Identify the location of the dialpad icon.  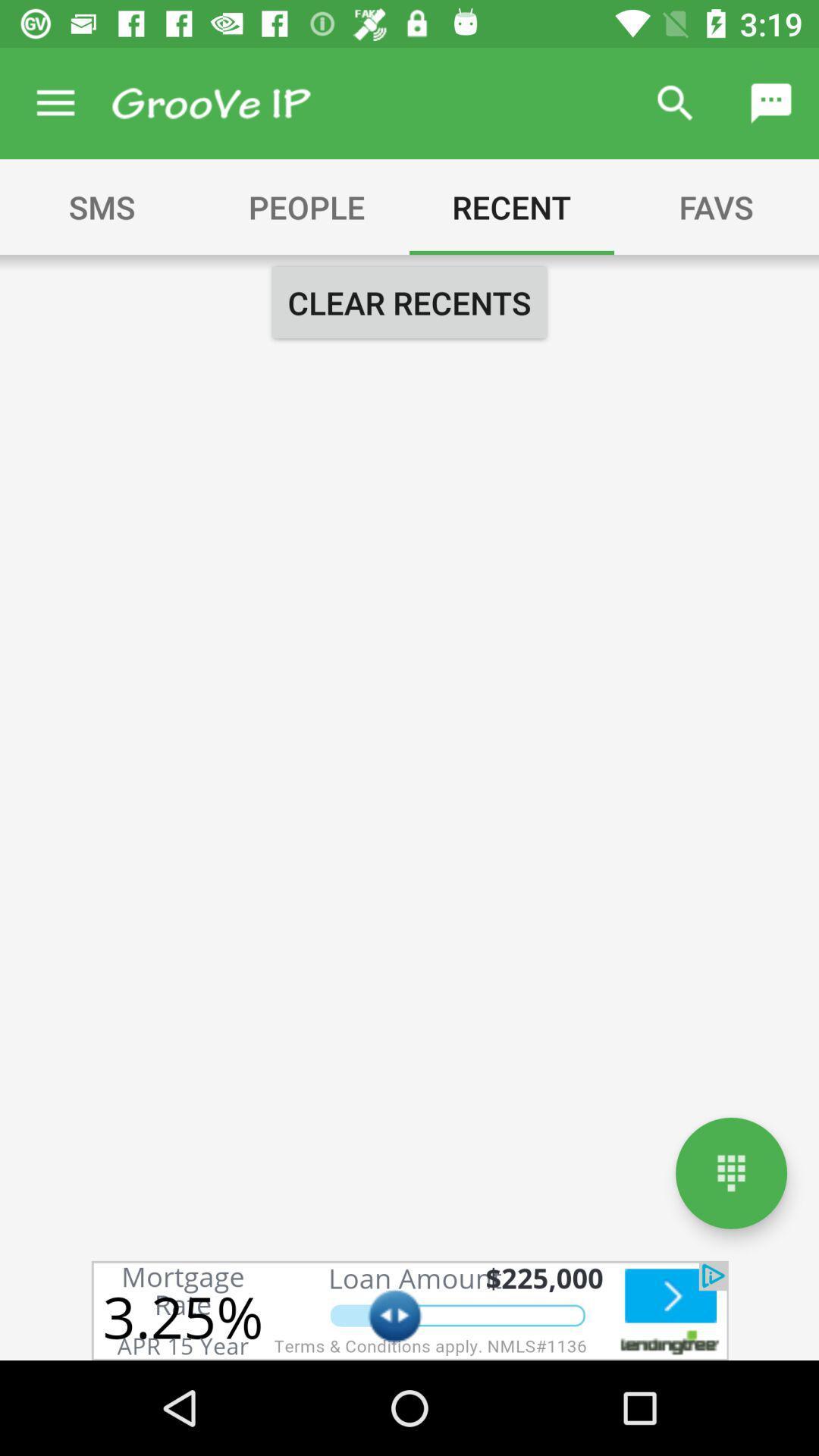
(730, 1172).